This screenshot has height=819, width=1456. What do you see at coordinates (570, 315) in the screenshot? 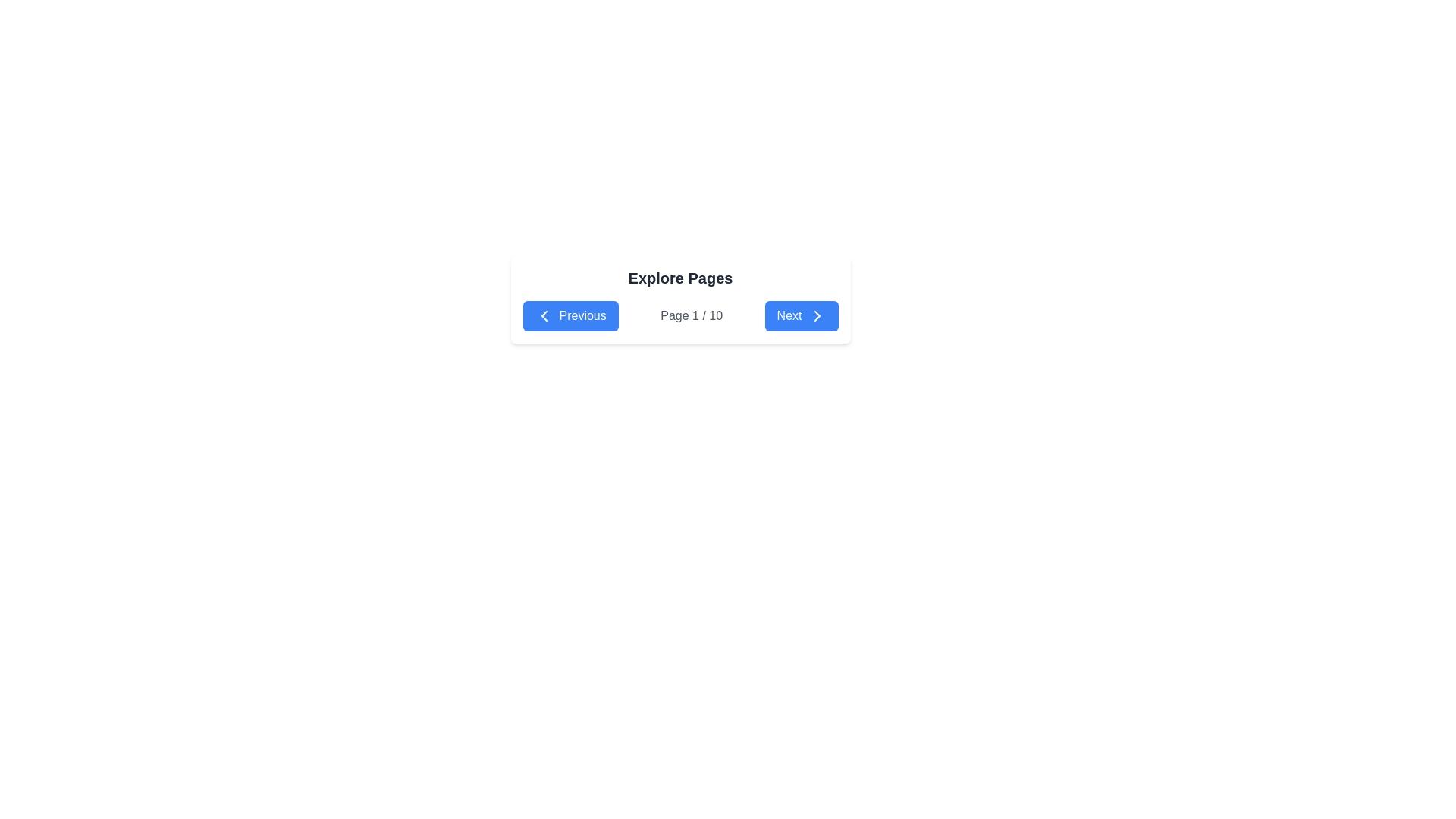
I see `the leftmost button in the horizontal navigation bar` at bounding box center [570, 315].